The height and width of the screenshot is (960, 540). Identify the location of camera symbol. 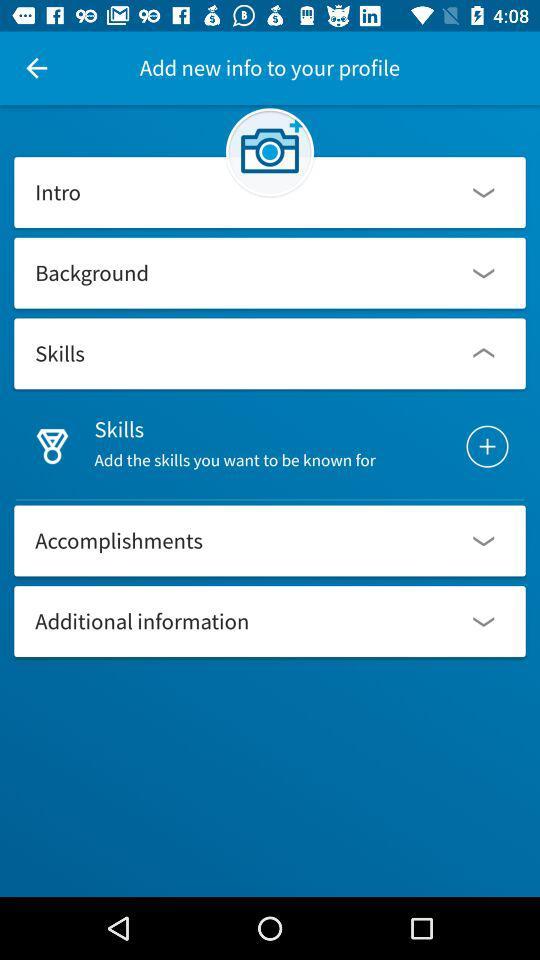
(270, 150).